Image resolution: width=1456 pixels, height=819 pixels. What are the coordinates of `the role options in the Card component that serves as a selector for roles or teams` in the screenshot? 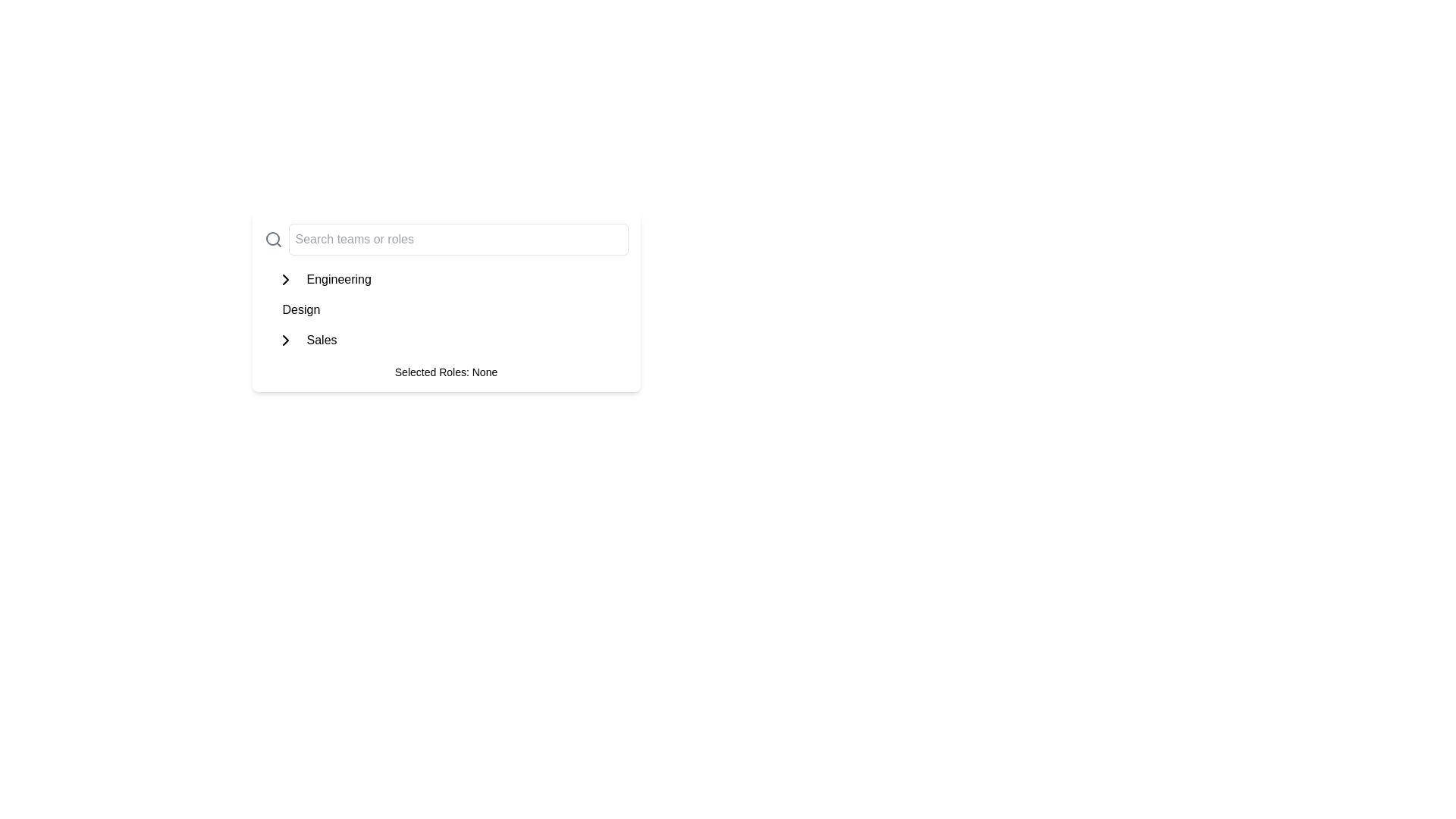 It's located at (445, 301).